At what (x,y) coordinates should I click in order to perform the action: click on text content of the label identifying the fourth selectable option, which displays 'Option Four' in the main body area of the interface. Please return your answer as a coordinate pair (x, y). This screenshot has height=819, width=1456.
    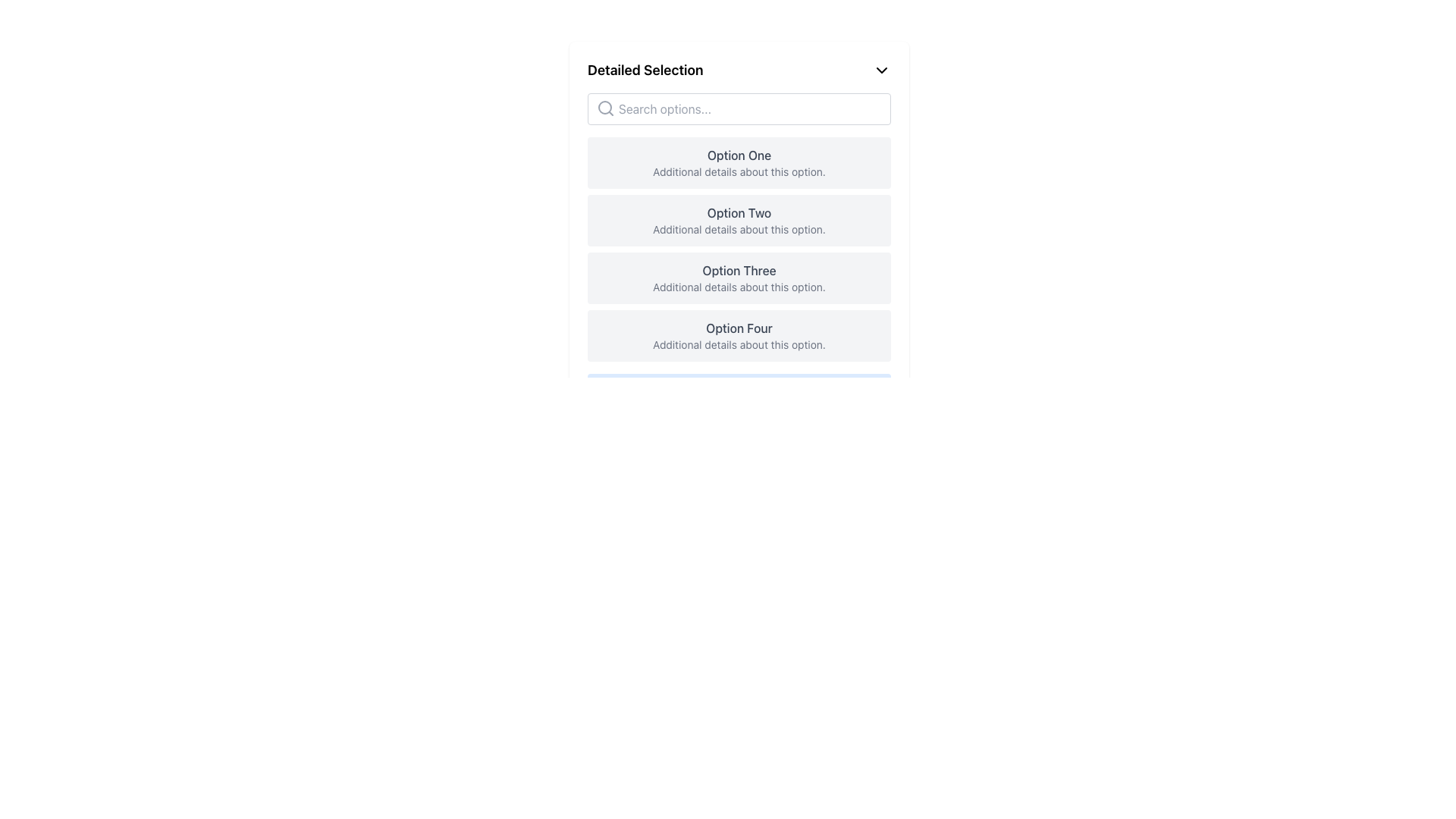
    Looking at the image, I should click on (739, 327).